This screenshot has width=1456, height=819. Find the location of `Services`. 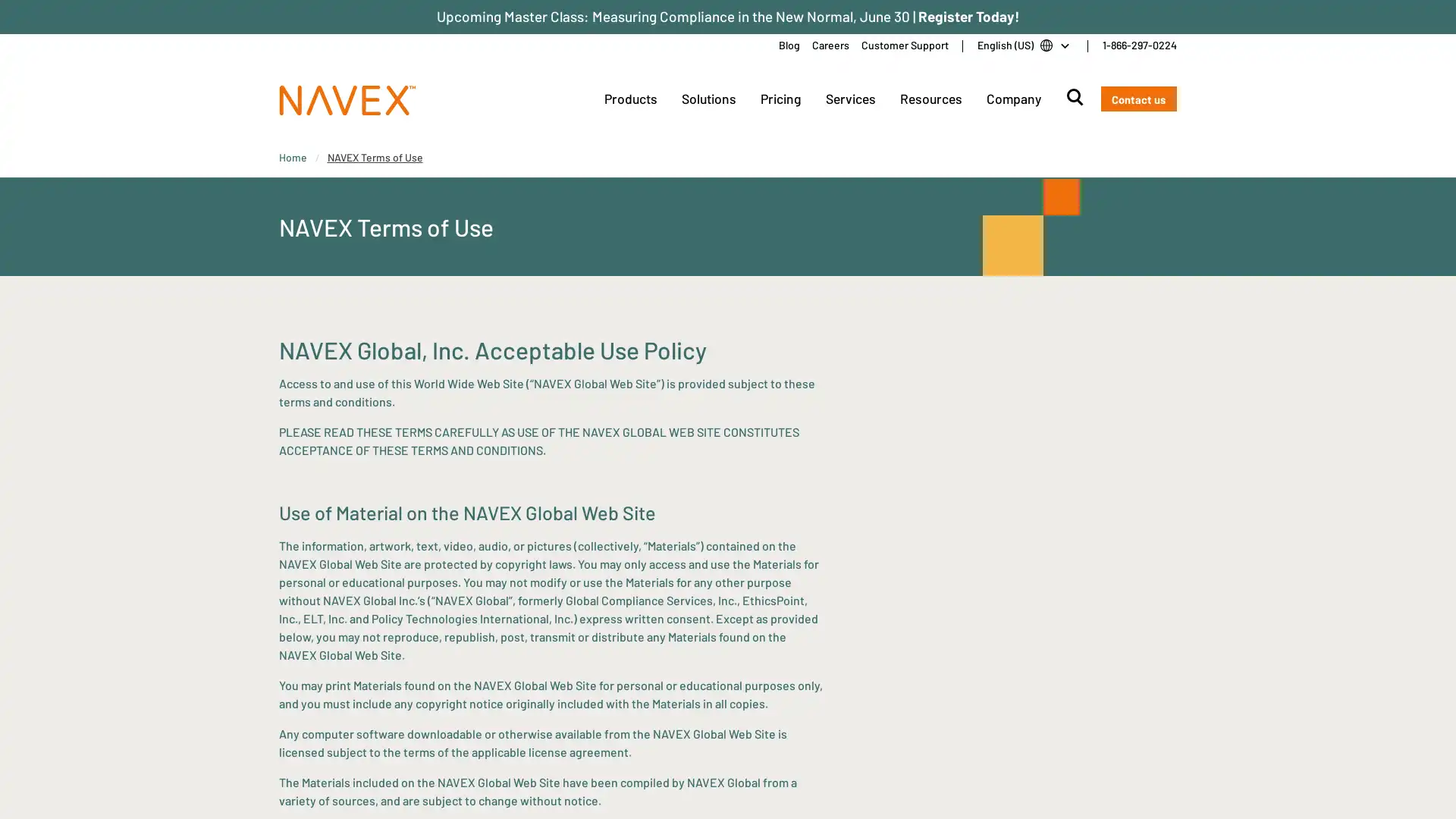

Services is located at coordinates (850, 99).